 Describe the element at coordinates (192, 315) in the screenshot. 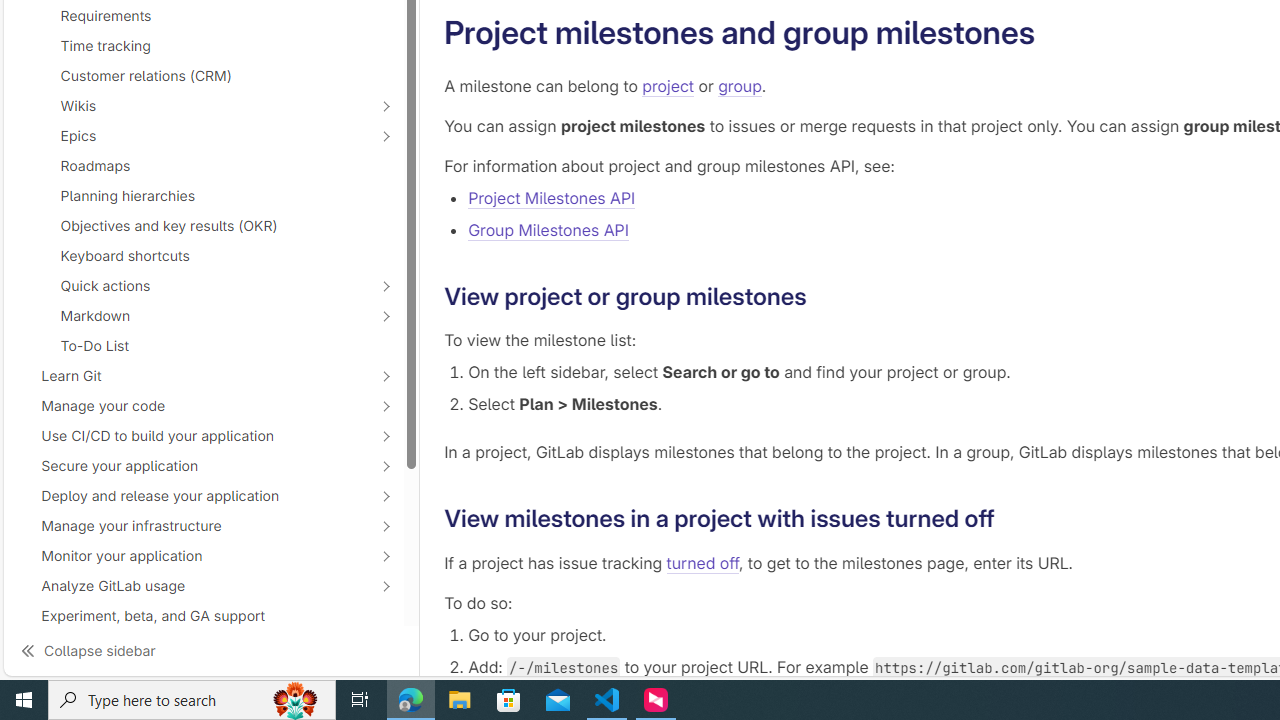

I see `'Markdown'` at that location.